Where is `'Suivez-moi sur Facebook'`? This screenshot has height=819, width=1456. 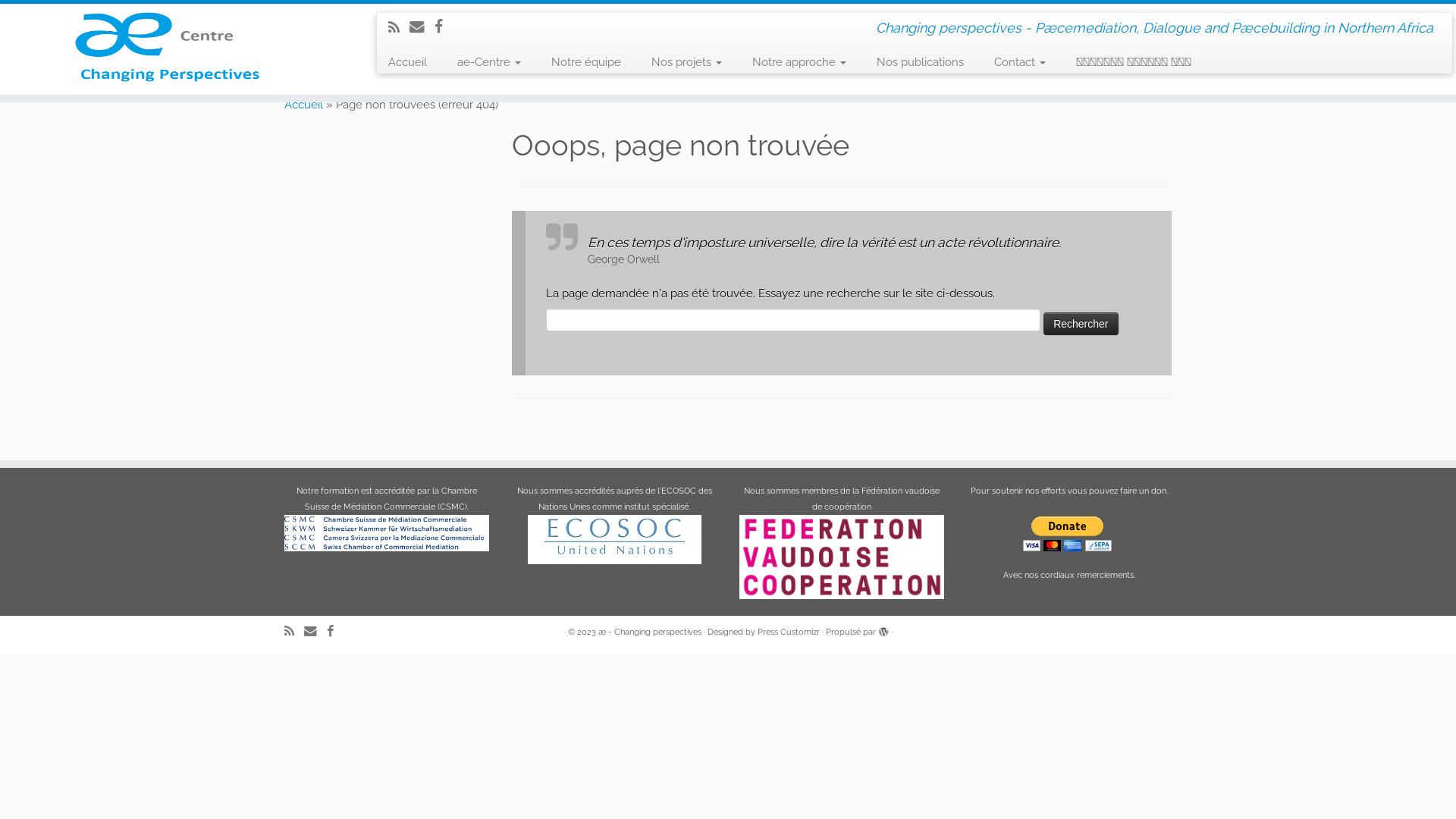 'Suivez-moi sur Facebook' is located at coordinates (443, 27).